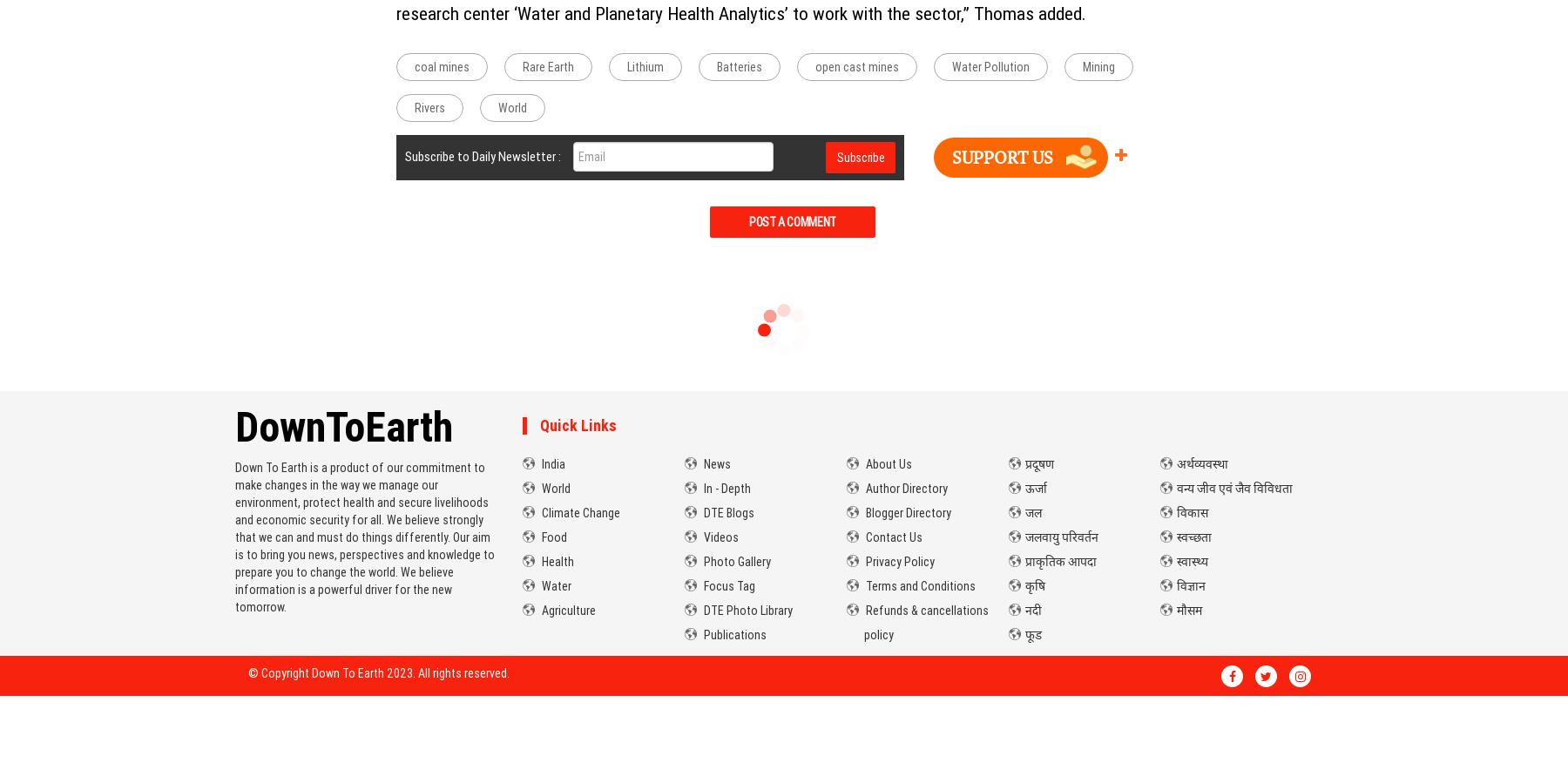 This screenshot has width=1568, height=763. What do you see at coordinates (747, 609) in the screenshot?
I see `'DTE Photo Library'` at bounding box center [747, 609].